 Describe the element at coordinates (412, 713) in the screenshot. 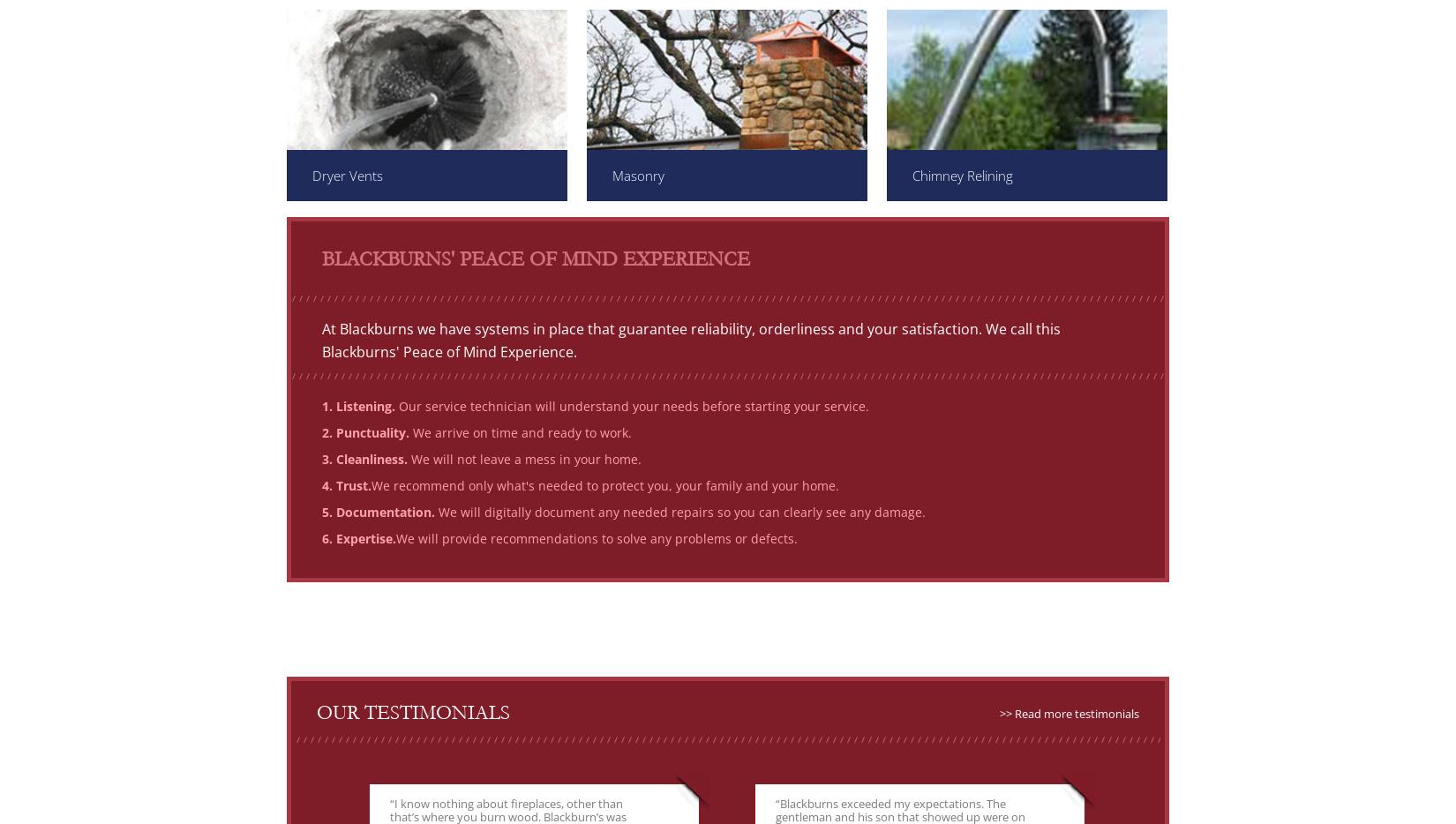

I see `'Our Testimonials'` at that location.